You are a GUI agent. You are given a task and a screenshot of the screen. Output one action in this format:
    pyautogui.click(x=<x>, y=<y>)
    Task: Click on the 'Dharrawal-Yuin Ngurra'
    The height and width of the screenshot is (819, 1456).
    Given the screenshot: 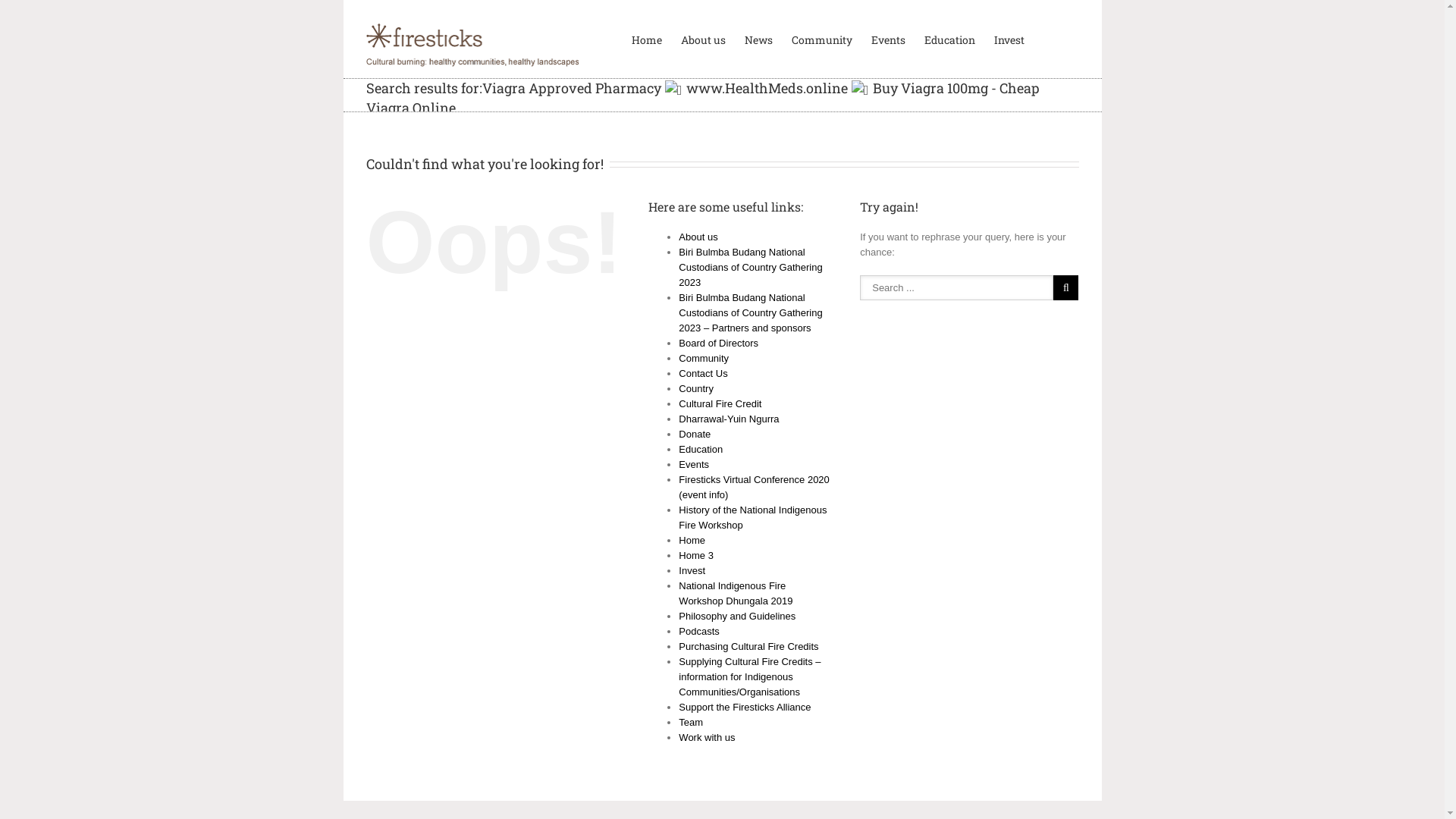 What is the action you would take?
    pyautogui.click(x=728, y=419)
    